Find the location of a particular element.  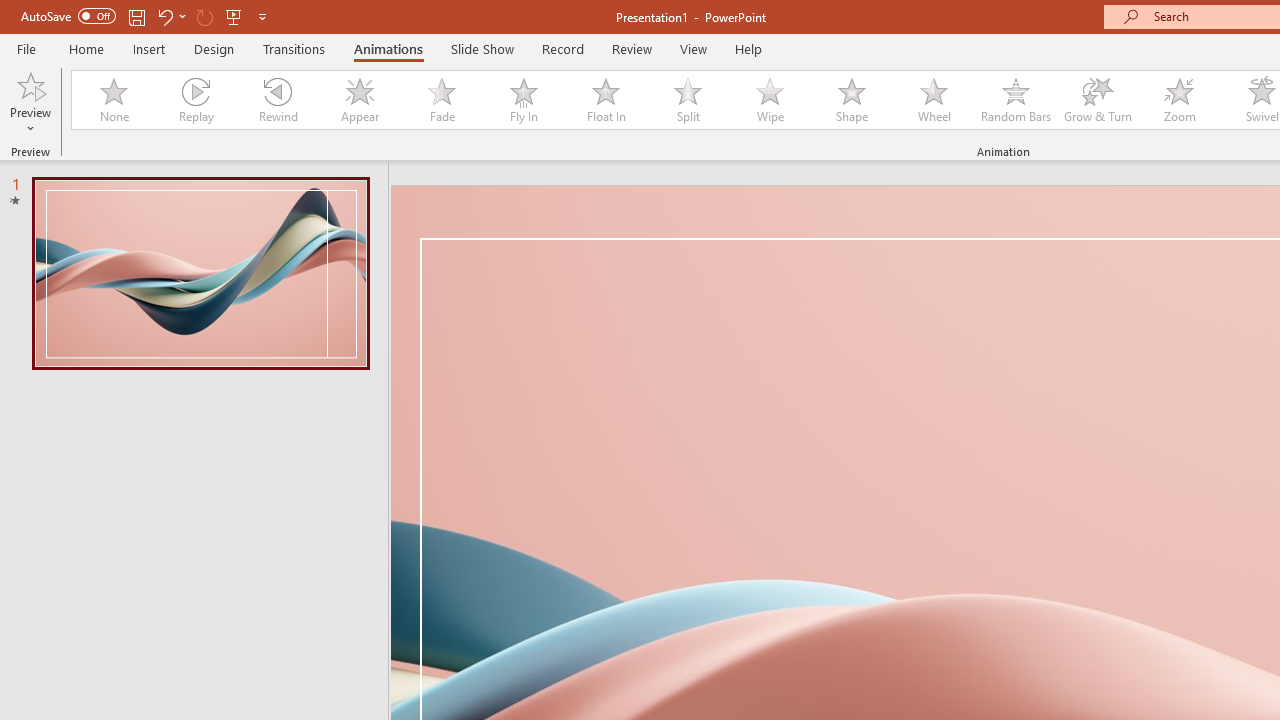

'Grow & Turn' is located at coordinates (1097, 100).